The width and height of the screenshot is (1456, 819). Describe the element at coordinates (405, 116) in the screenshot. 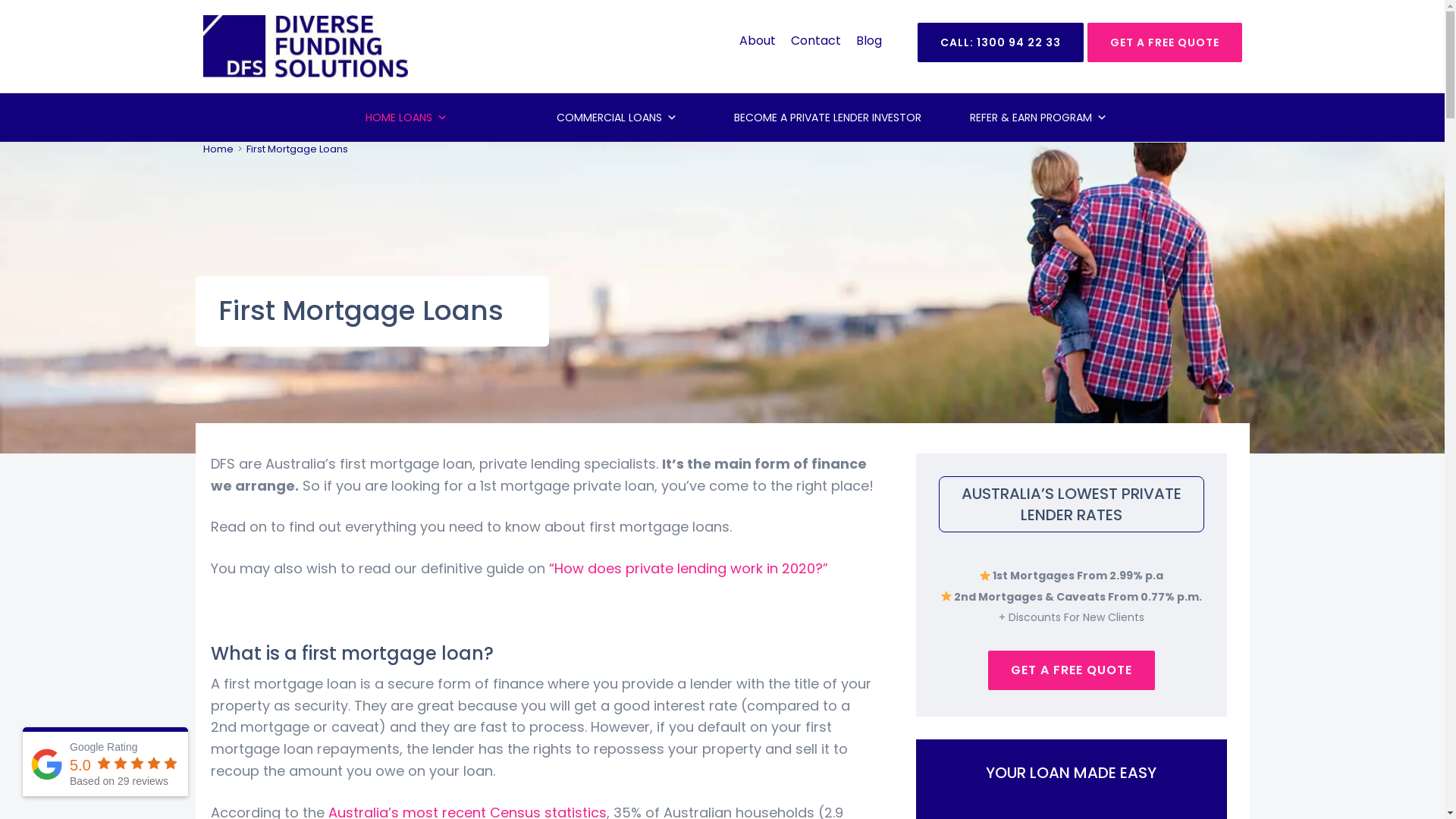

I see `'HOME LOANS'` at that location.